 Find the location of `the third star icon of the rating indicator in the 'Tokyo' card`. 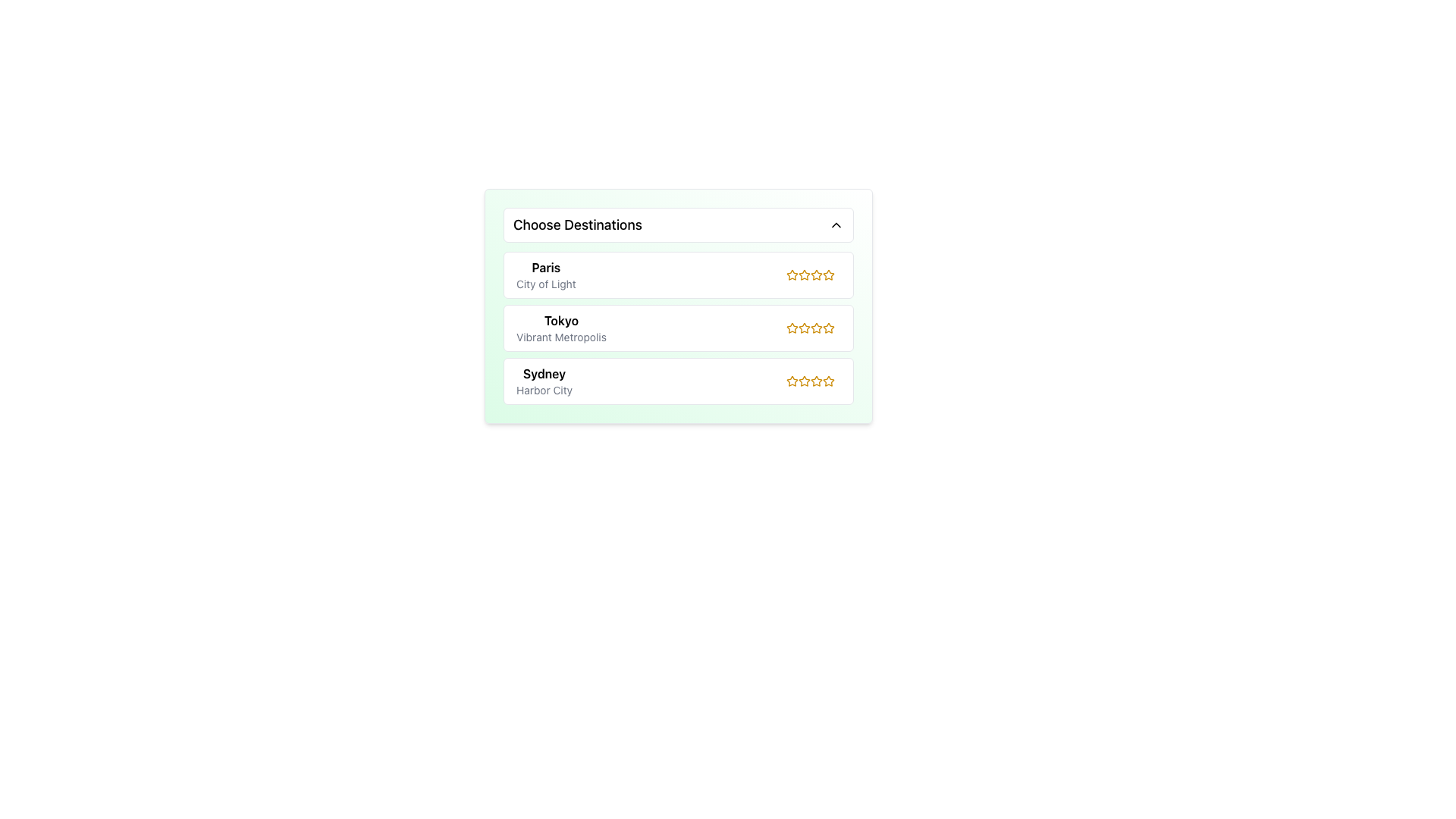

the third star icon of the rating indicator in the 'Tokyo' card is located at coordinates (813, 327).